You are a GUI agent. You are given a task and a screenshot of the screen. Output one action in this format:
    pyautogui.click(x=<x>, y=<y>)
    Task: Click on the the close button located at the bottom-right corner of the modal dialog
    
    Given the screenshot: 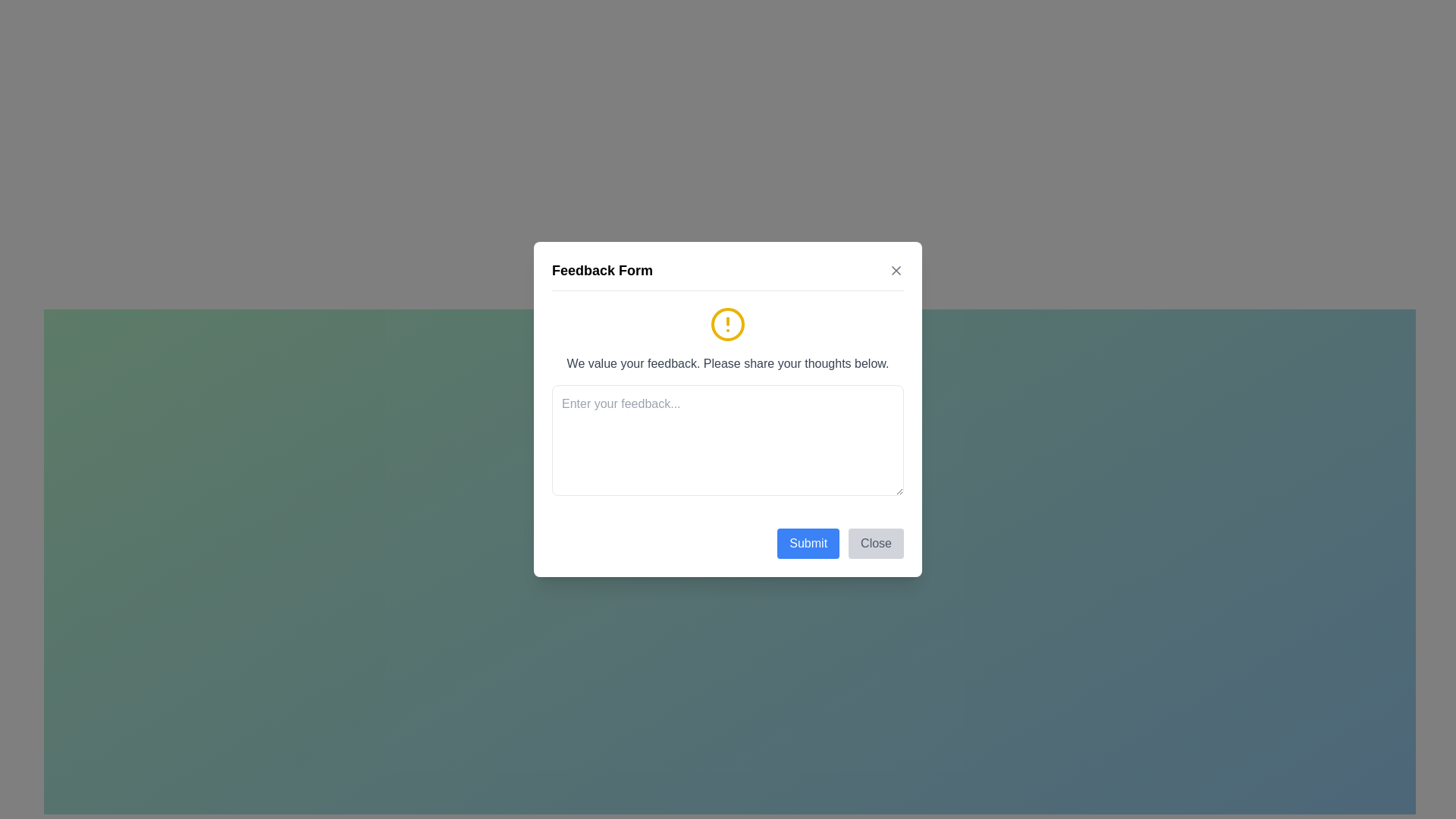 What is the action you would take?
    pyautogui.click(x=876, y=543)
    